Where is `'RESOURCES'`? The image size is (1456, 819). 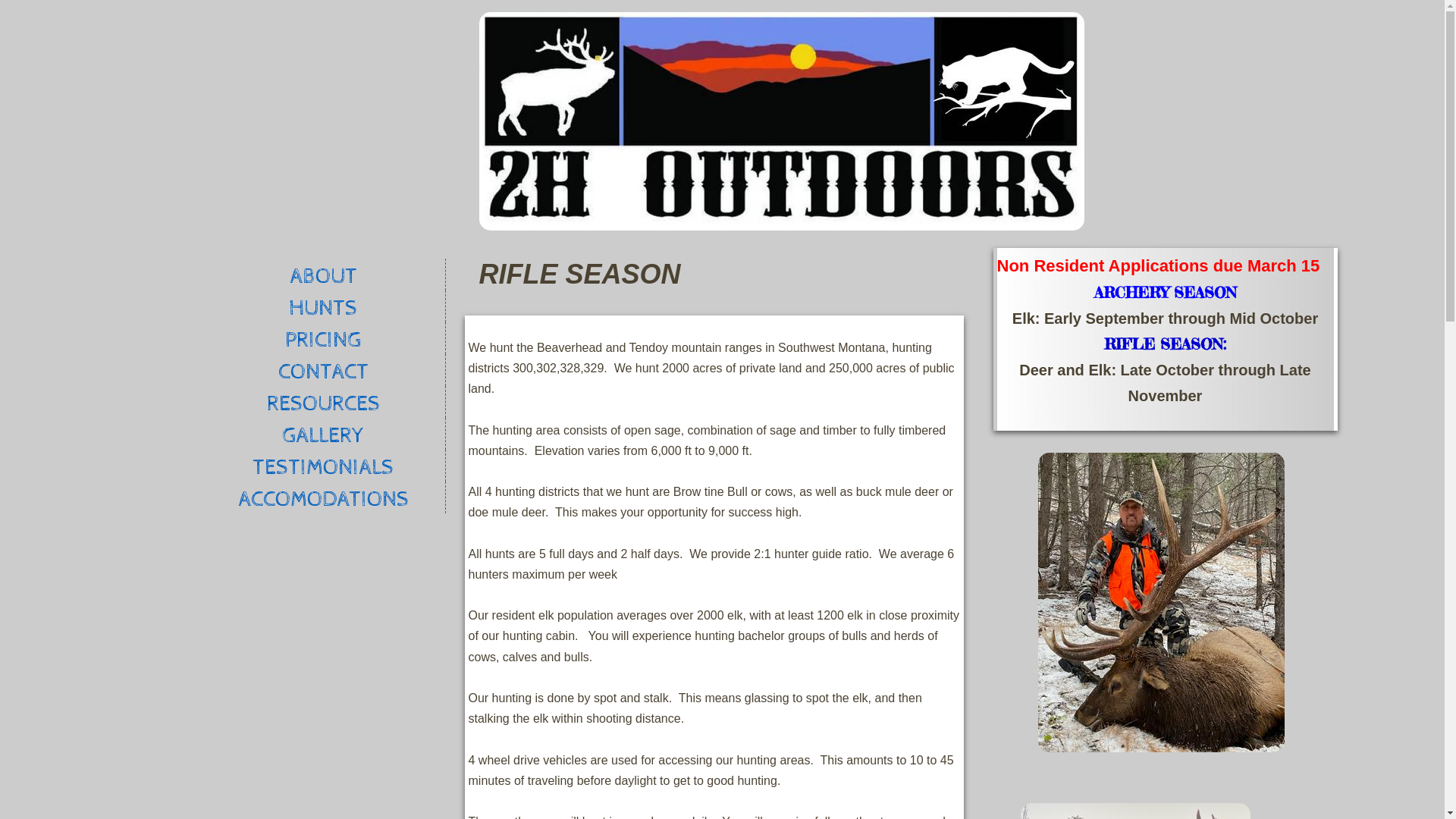 'RESOURCES' is located at coordinates (323, 400).